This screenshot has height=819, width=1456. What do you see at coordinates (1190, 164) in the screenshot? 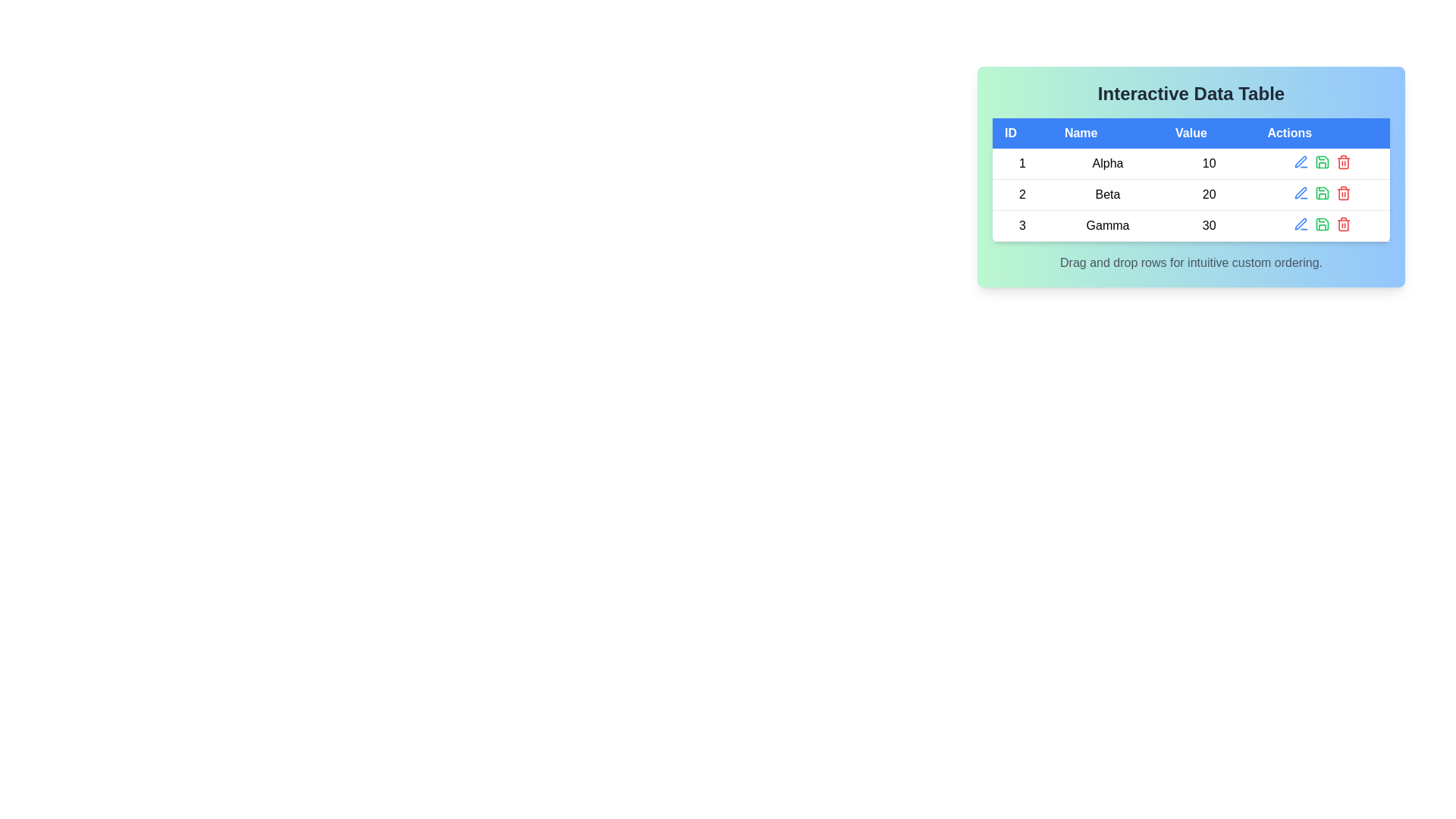
I see `the row corresponding to 1` at bounding box center [1190, 164].